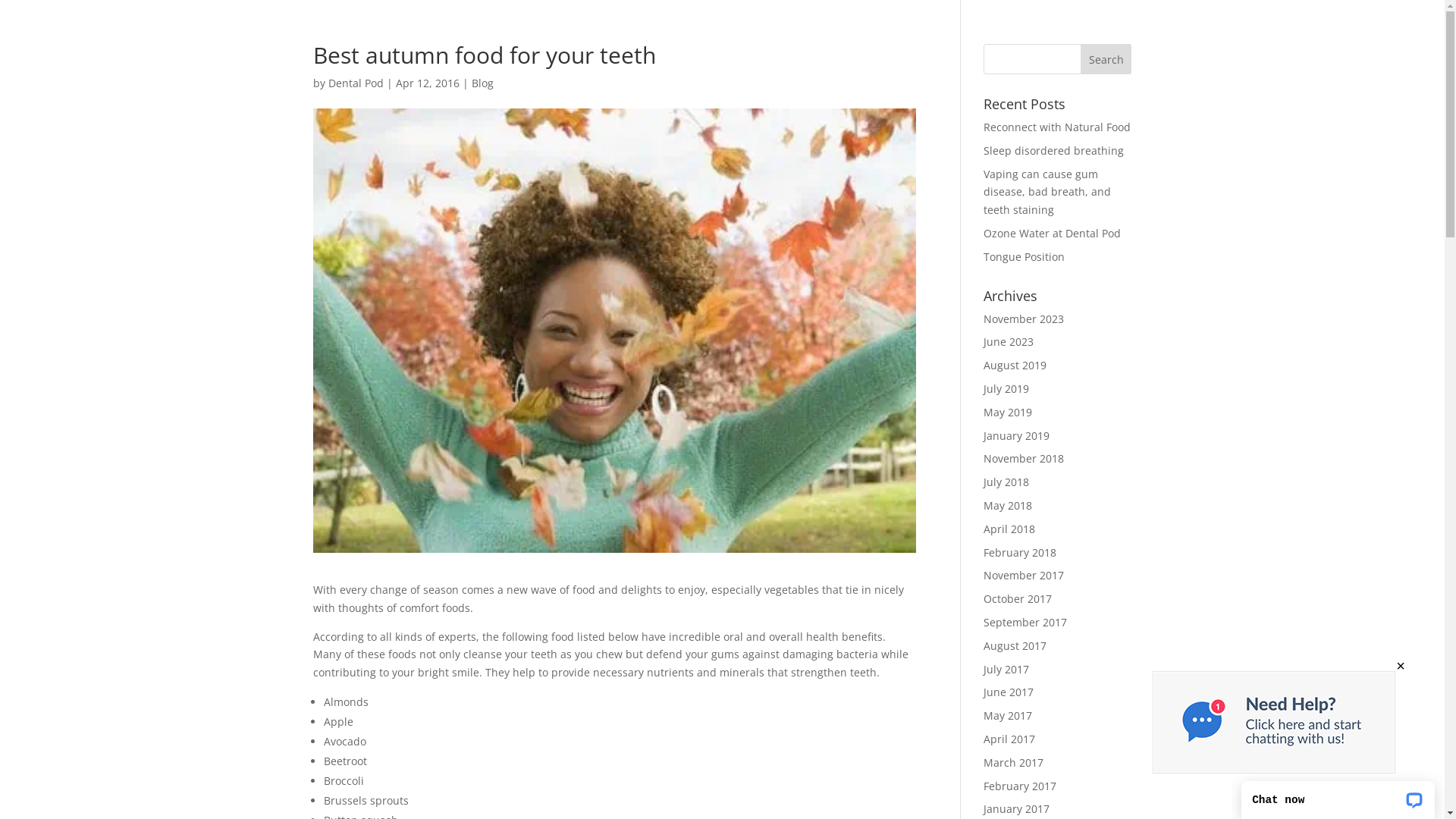 The height and width of the screenshot is (819, 1456). I want to click on 'Sleep disordered breathing', so click(1053, 150).